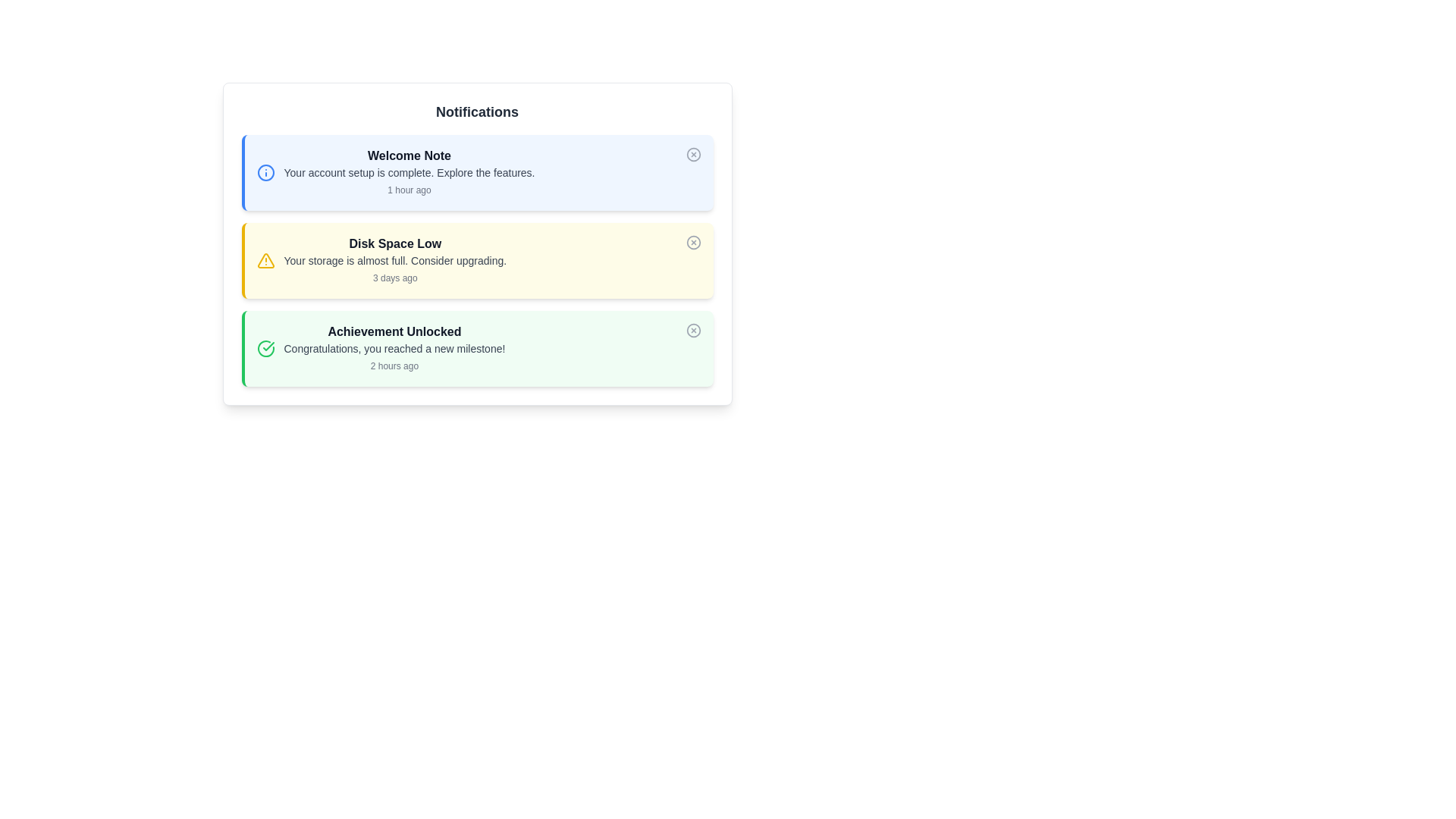  I want to click on the 'Achievement Unlocked' text label, which is part of the third notification box, styled in bold dark gray on a light green background, so click(394, 331).